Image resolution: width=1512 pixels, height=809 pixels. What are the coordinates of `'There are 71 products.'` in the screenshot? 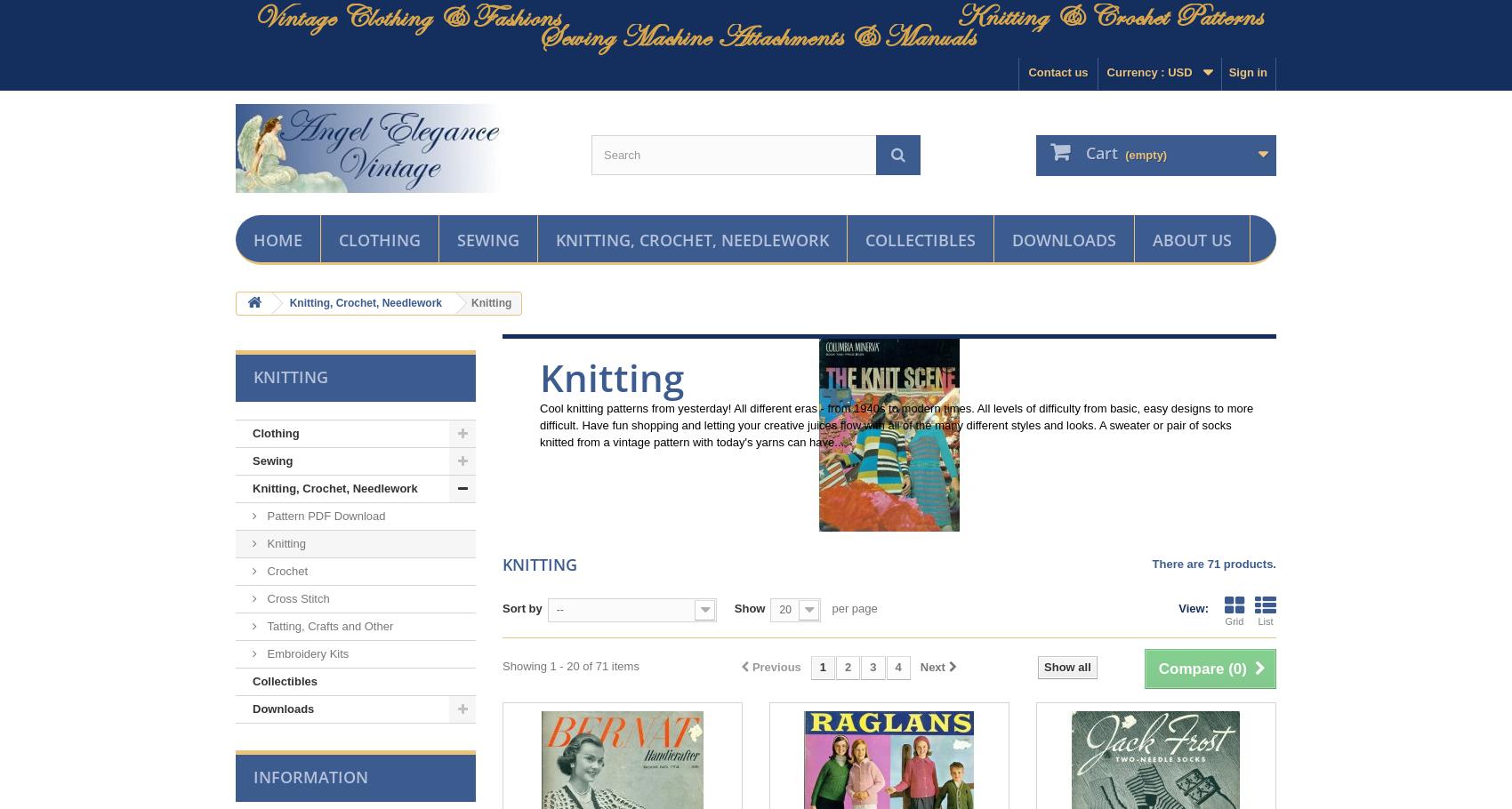 It's located at (1213, 564).